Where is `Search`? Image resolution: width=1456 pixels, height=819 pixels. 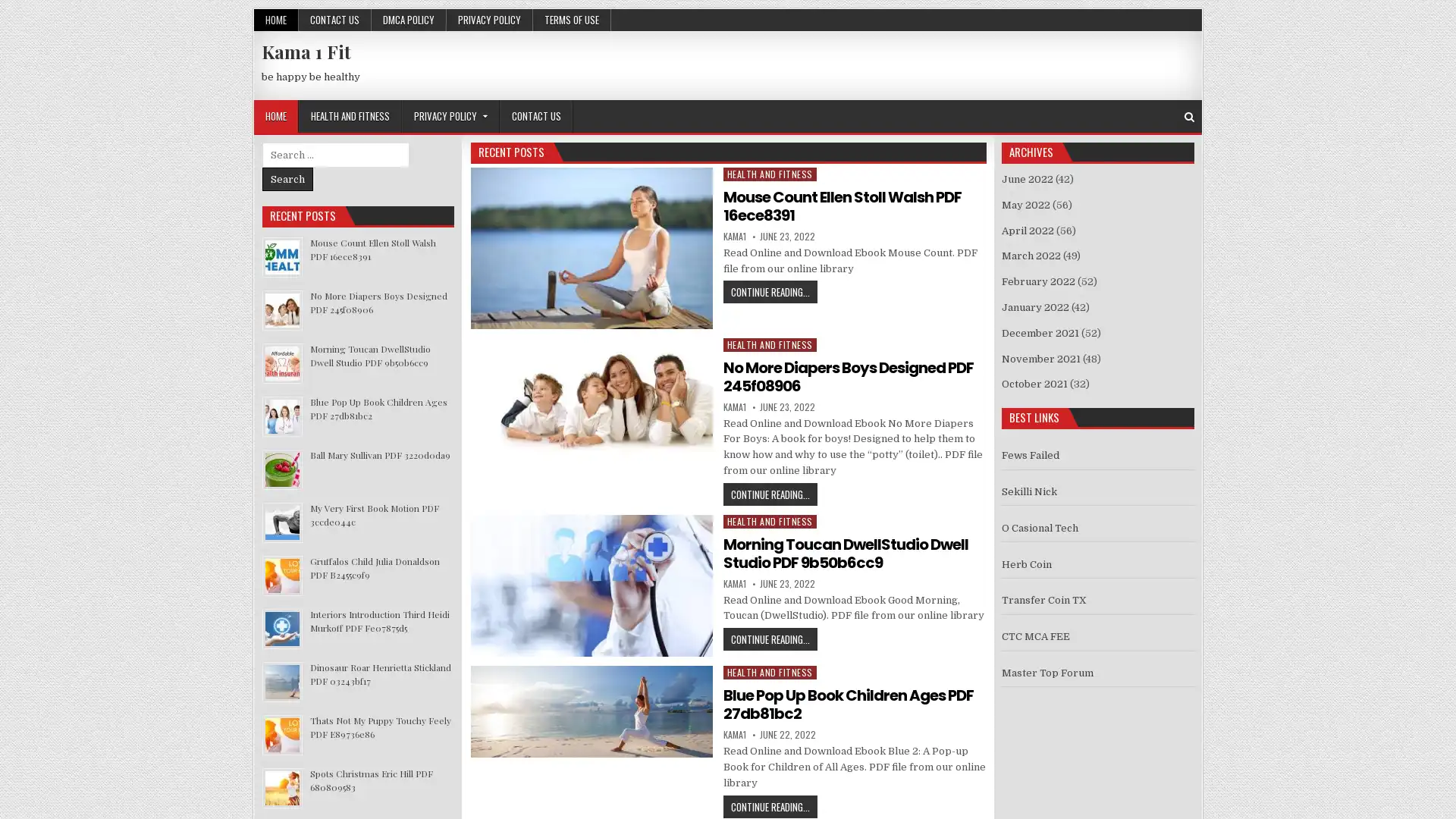 Search is located at coordinates (287, 178).